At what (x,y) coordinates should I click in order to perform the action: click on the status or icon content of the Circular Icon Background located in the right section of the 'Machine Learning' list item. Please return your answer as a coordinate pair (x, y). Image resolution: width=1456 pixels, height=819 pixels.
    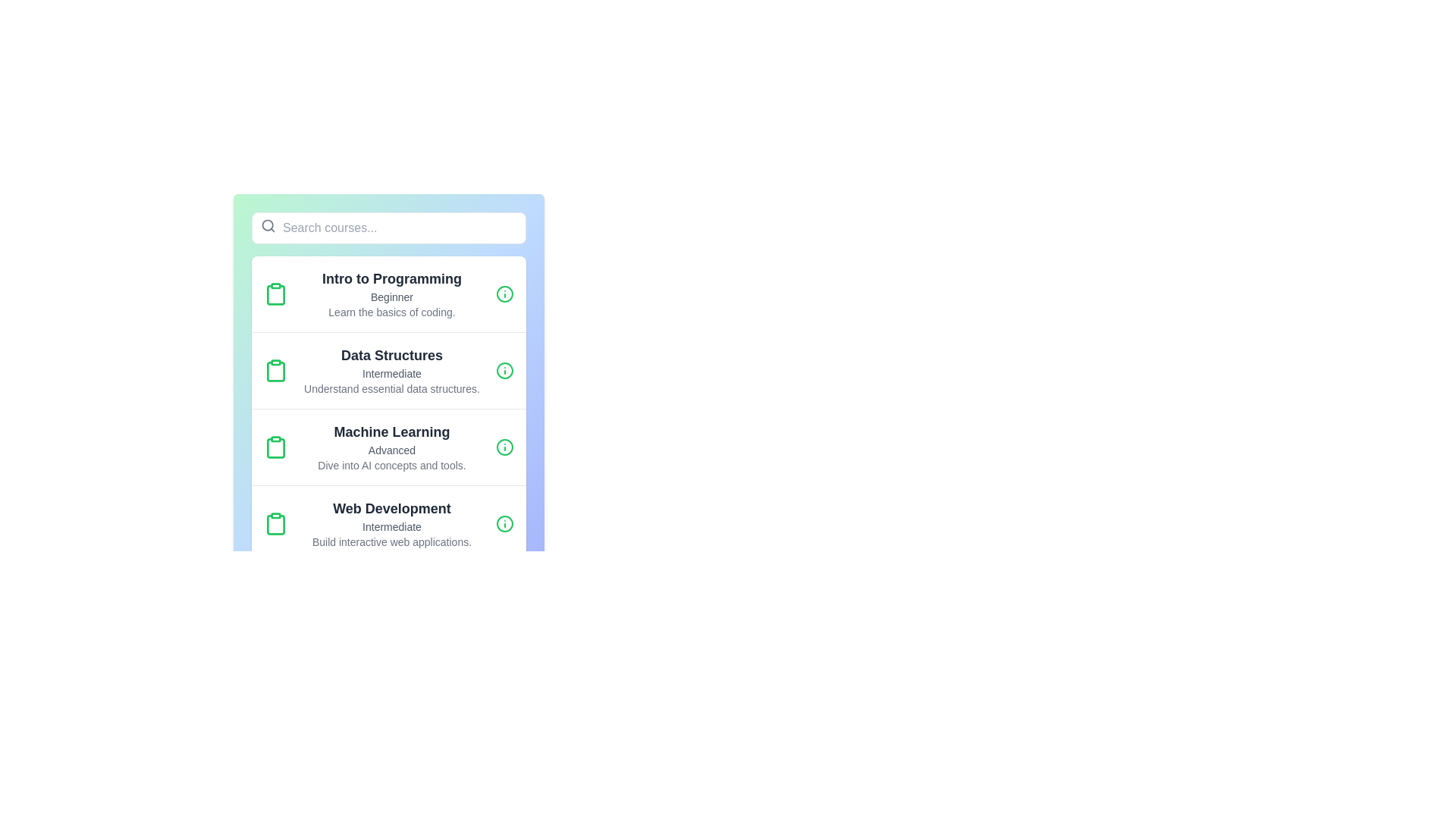
    Looking at the image, I should click on (505, 447).